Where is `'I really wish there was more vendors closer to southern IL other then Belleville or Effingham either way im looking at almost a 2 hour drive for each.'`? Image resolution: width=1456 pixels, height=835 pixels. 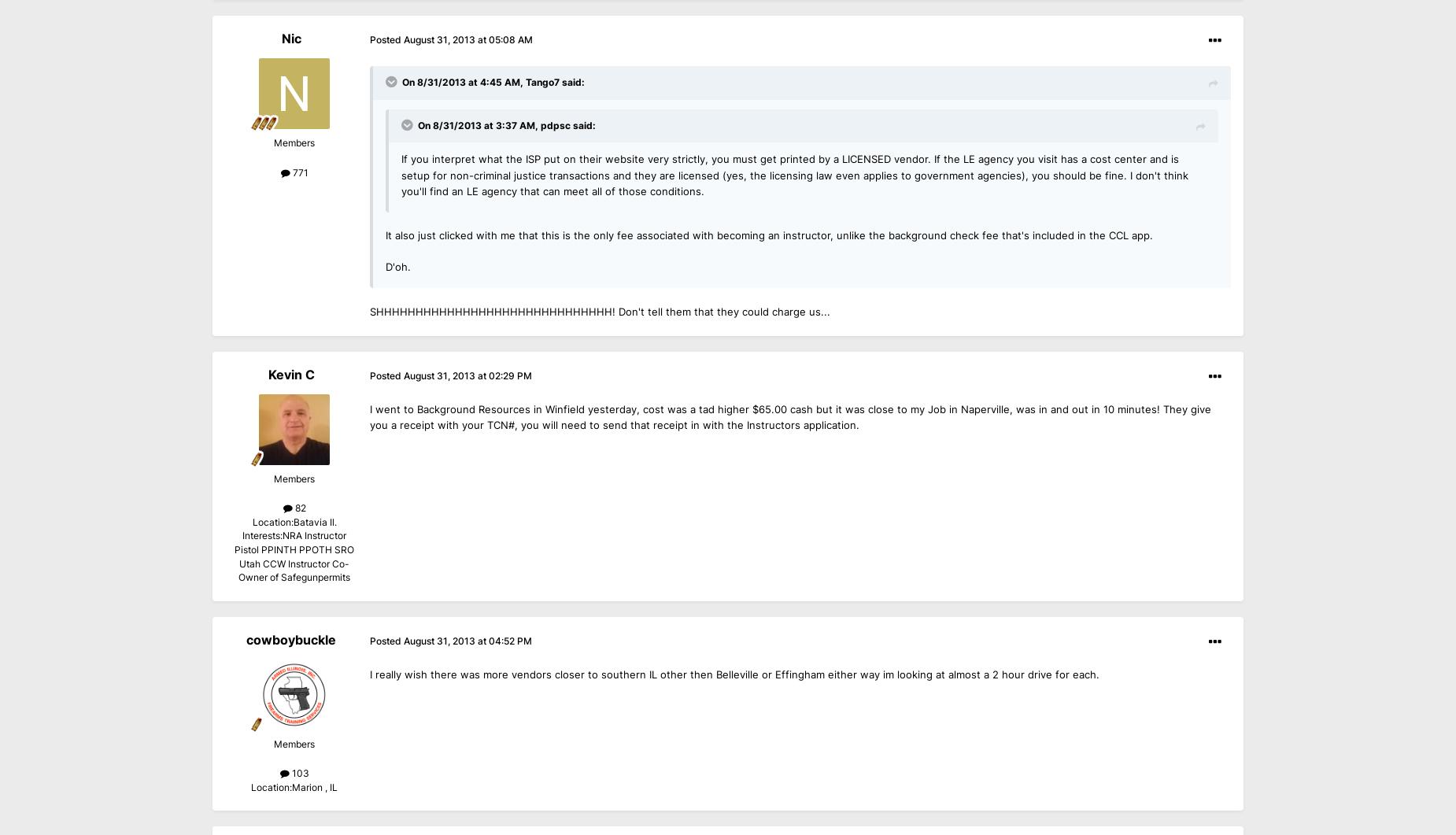 'I really wish there was more vendors closer to southern IL other then Belleville or Effingham either way im looking at almost a 2 hour drive for each.' is located at coordinates (734, 674).